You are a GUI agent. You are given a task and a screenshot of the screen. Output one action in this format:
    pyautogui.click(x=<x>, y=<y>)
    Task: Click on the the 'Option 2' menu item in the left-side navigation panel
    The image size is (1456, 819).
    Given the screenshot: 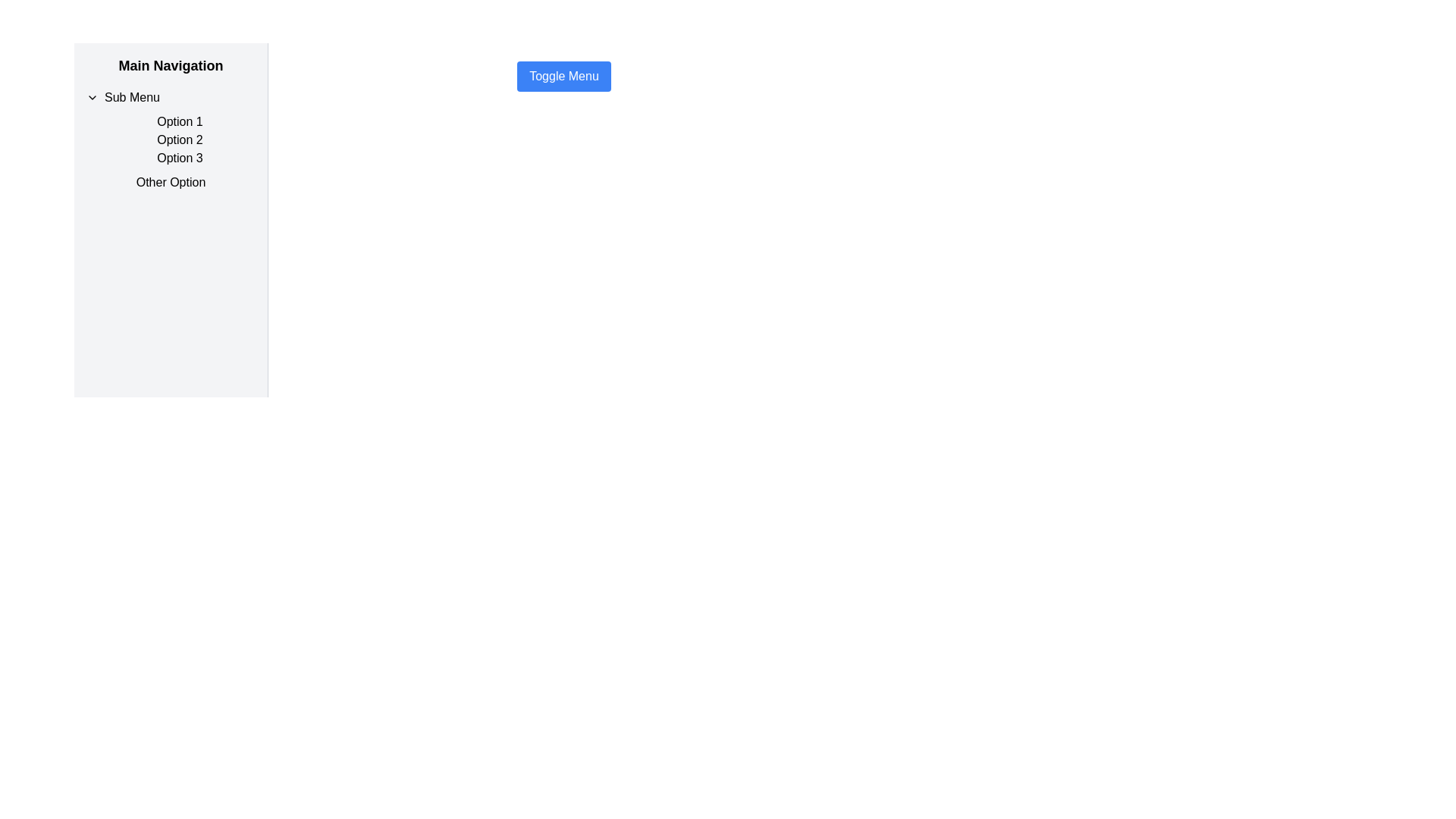 What is the action you would take?
    pyautogui.click(x=171, y=140)
    